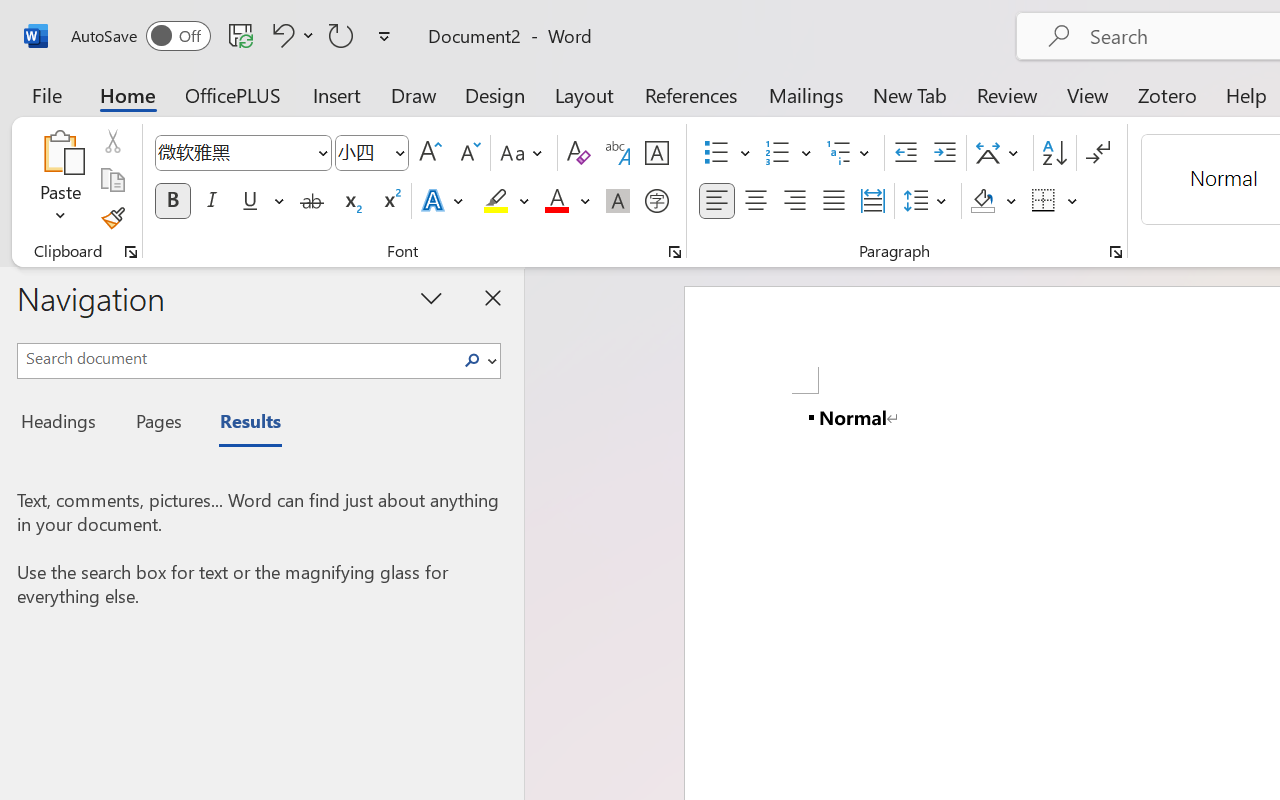 The height and width of the screenshot is (800, 1280). I want to click on 'View', so click(1087, 94).